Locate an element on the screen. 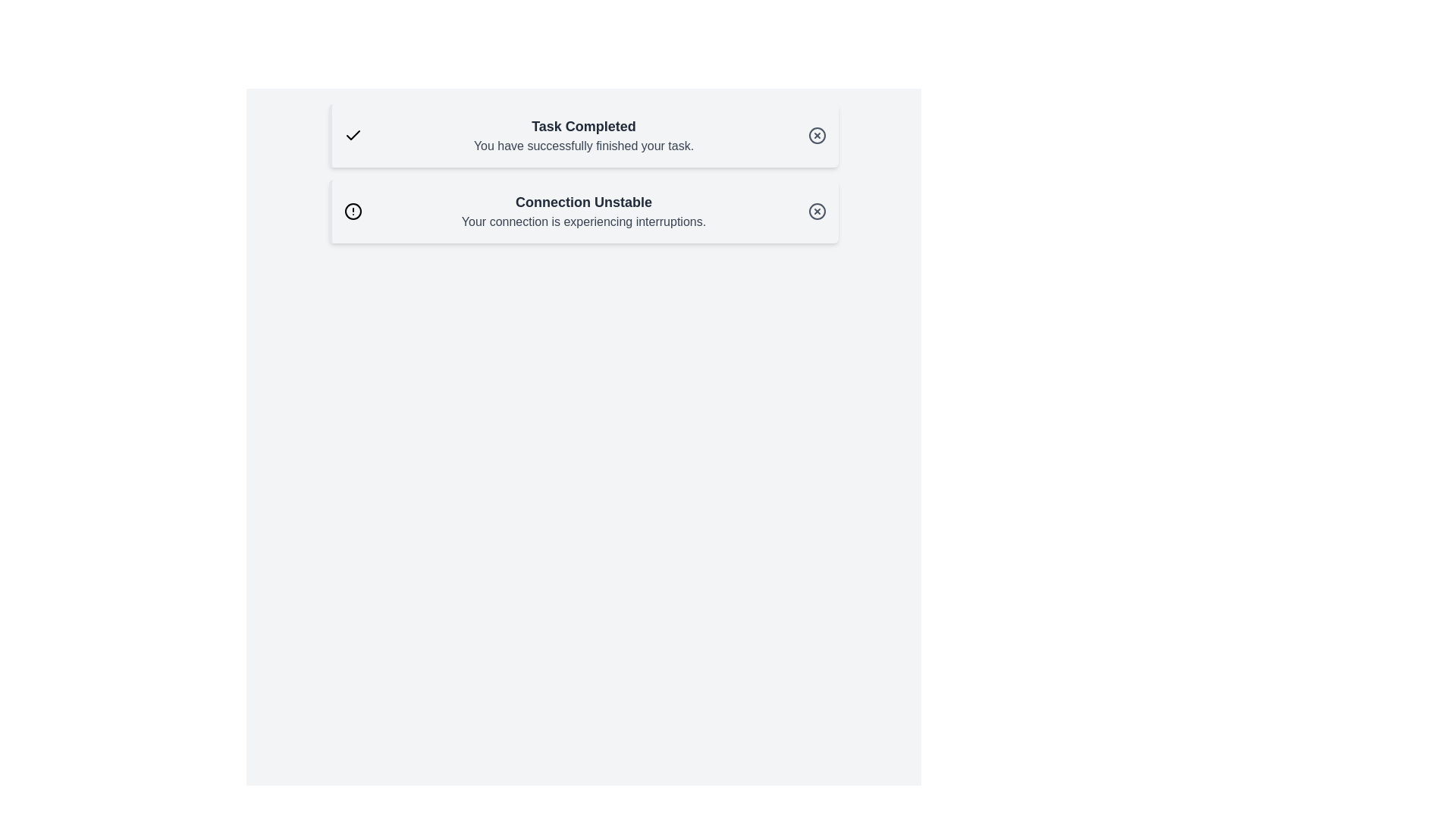  the text block displaying the message 'Task Completed' with the description 'You have successfully finished your task.' is located at coordinates (582, 134).